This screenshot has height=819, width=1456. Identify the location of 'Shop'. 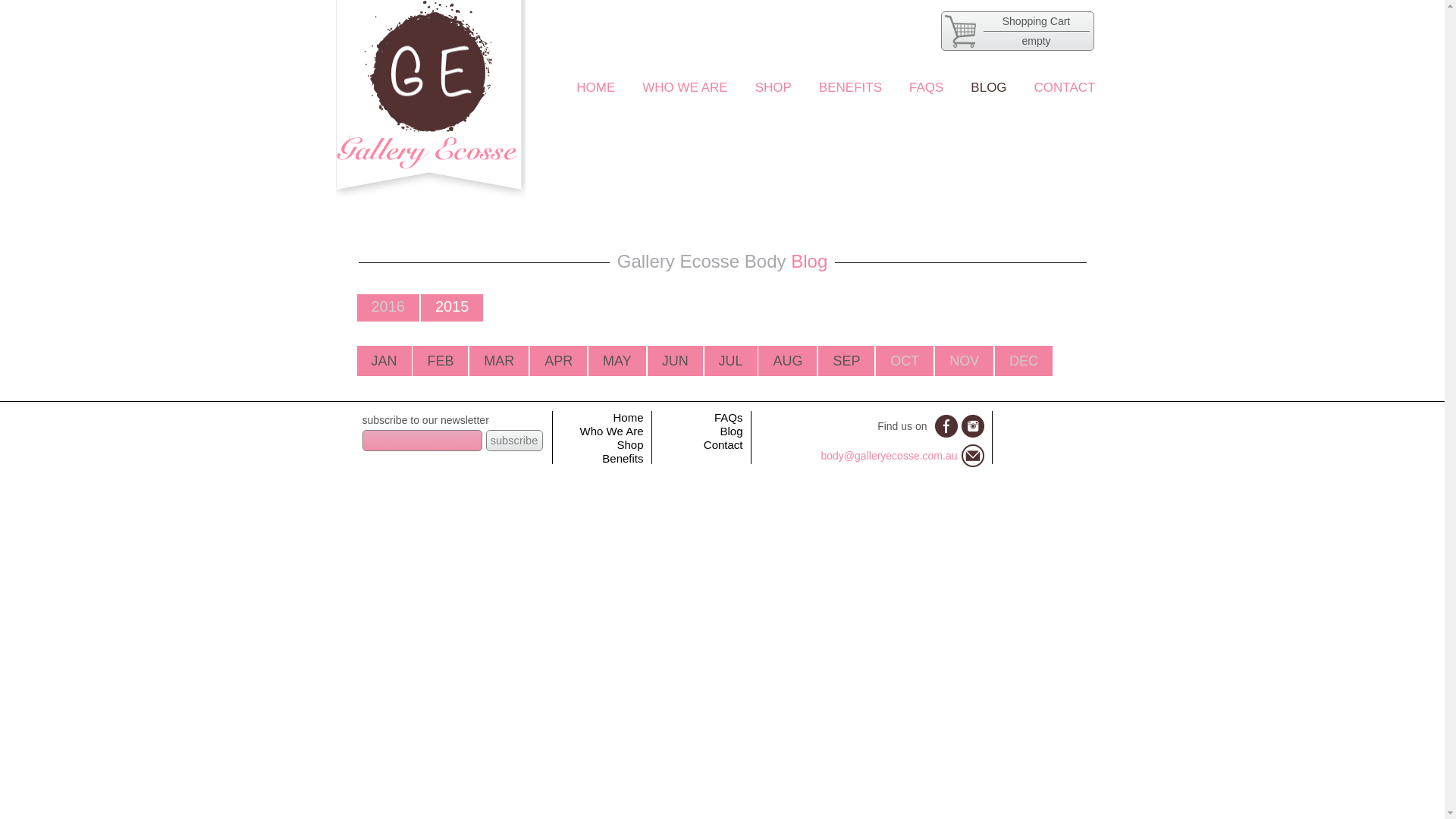
(629, 444).